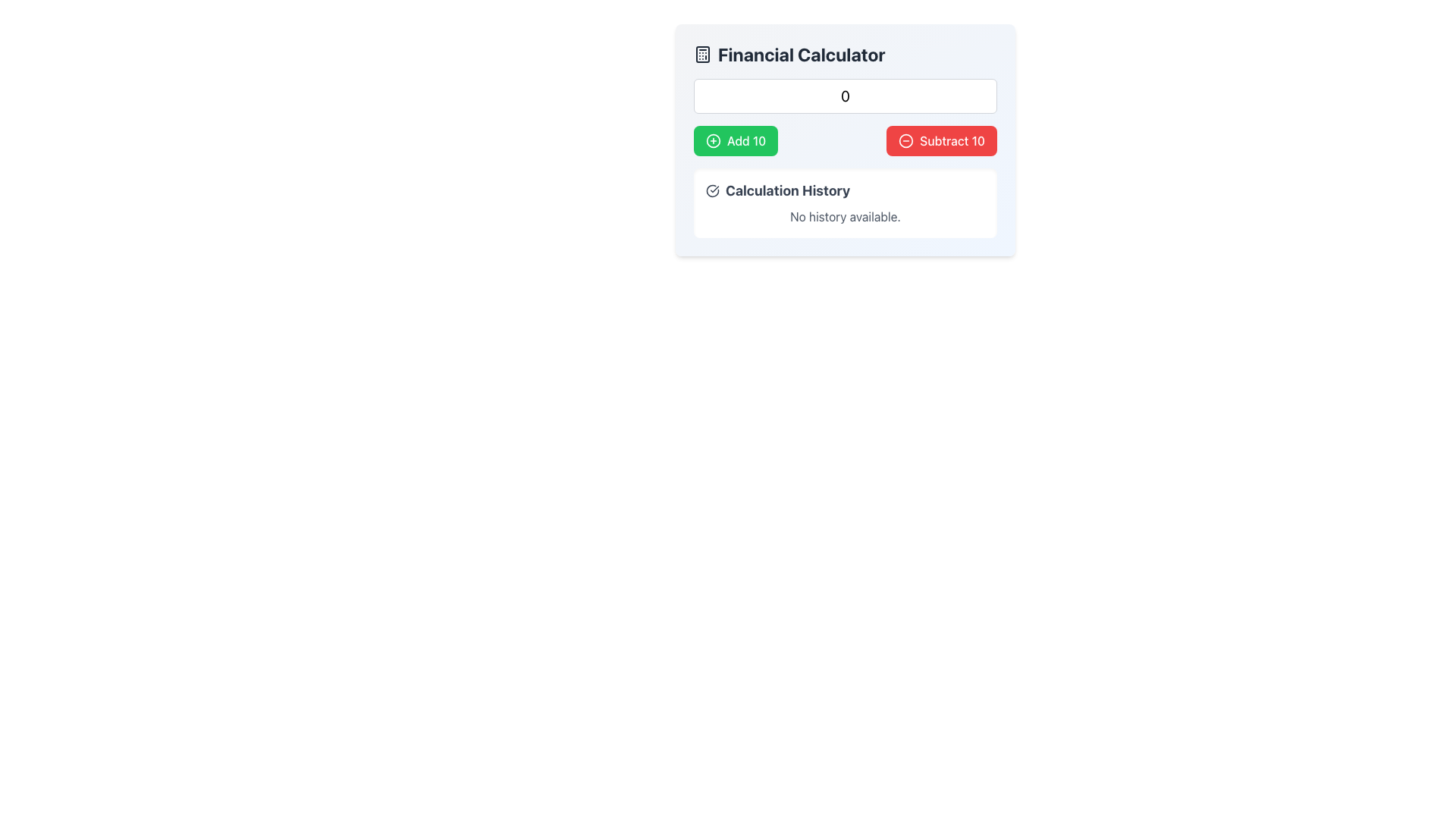 Image resolution: width=1456 pixels, height=819 pixels. What do you see at coordinates (701, 54) in the screenshot?
I see `the icon representing the financial calculator functionality, located to the left of the text 'Financial Calculator'` at bounding box center [701, 54].